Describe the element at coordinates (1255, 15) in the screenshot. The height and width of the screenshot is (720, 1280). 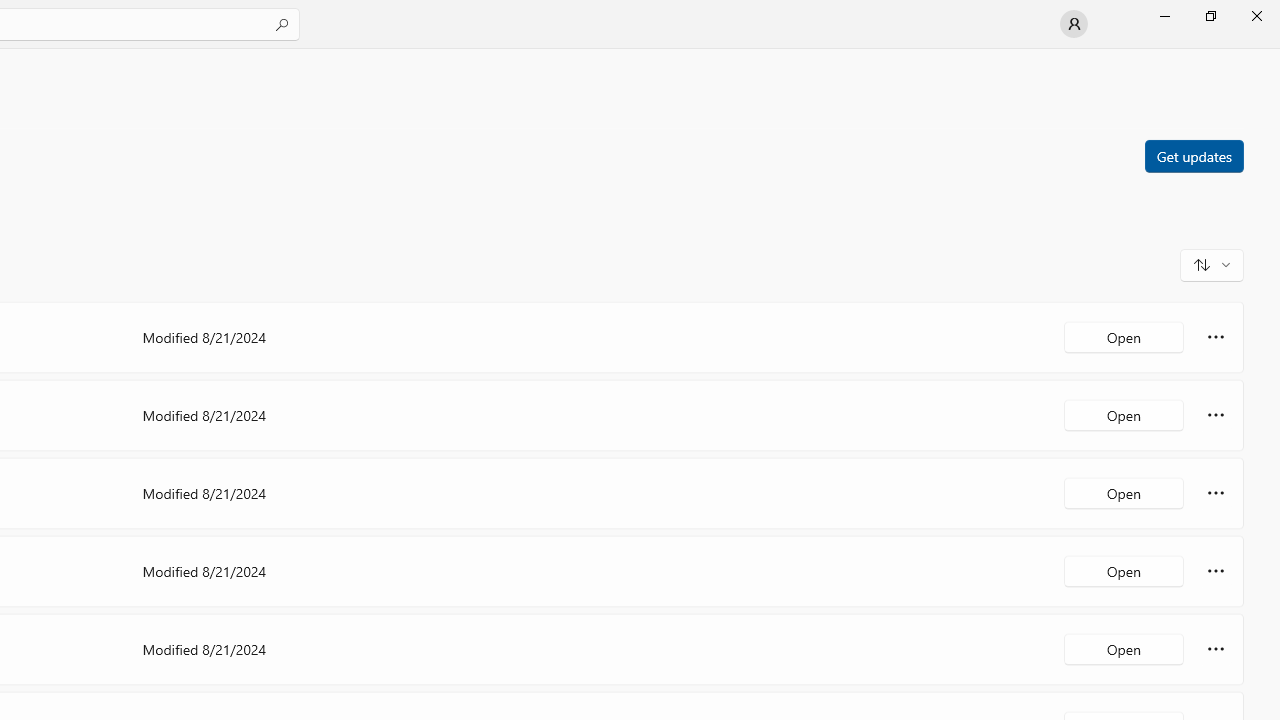
I see `'Close Microsoft Store'` at that location.